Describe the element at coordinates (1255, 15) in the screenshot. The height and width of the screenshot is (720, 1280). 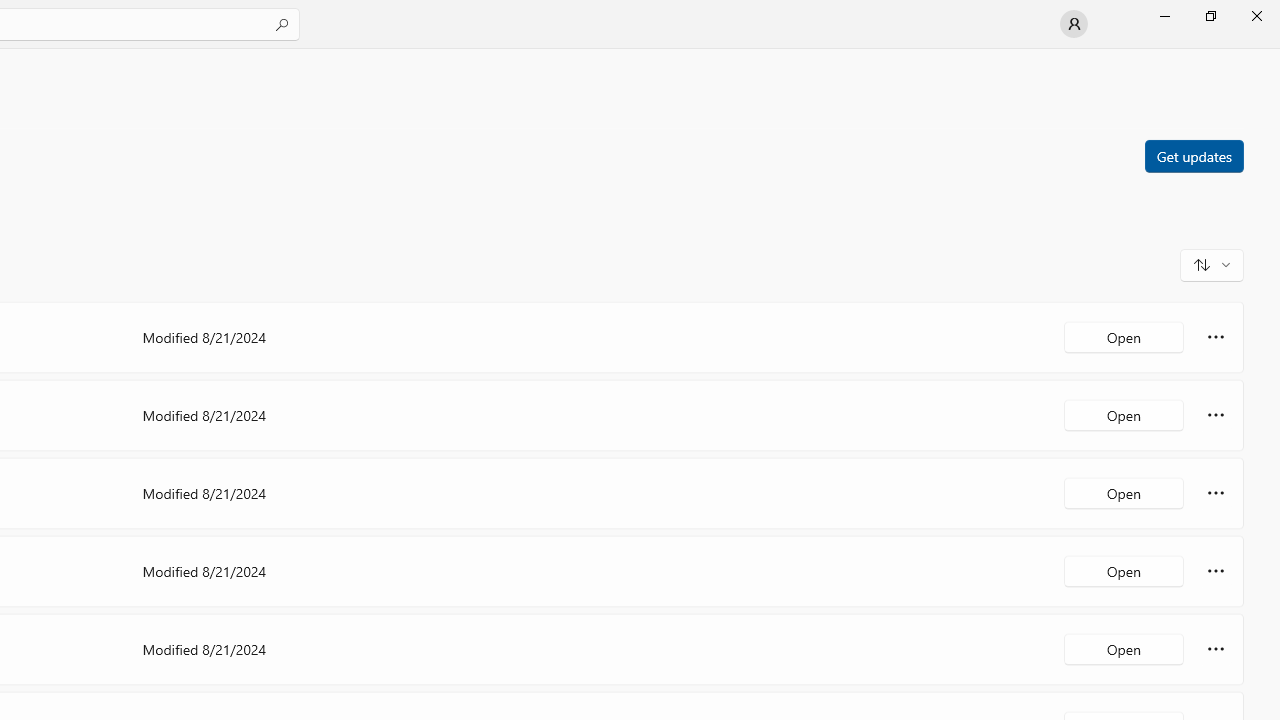
I see `'Close Microsoft Store'` at that location.